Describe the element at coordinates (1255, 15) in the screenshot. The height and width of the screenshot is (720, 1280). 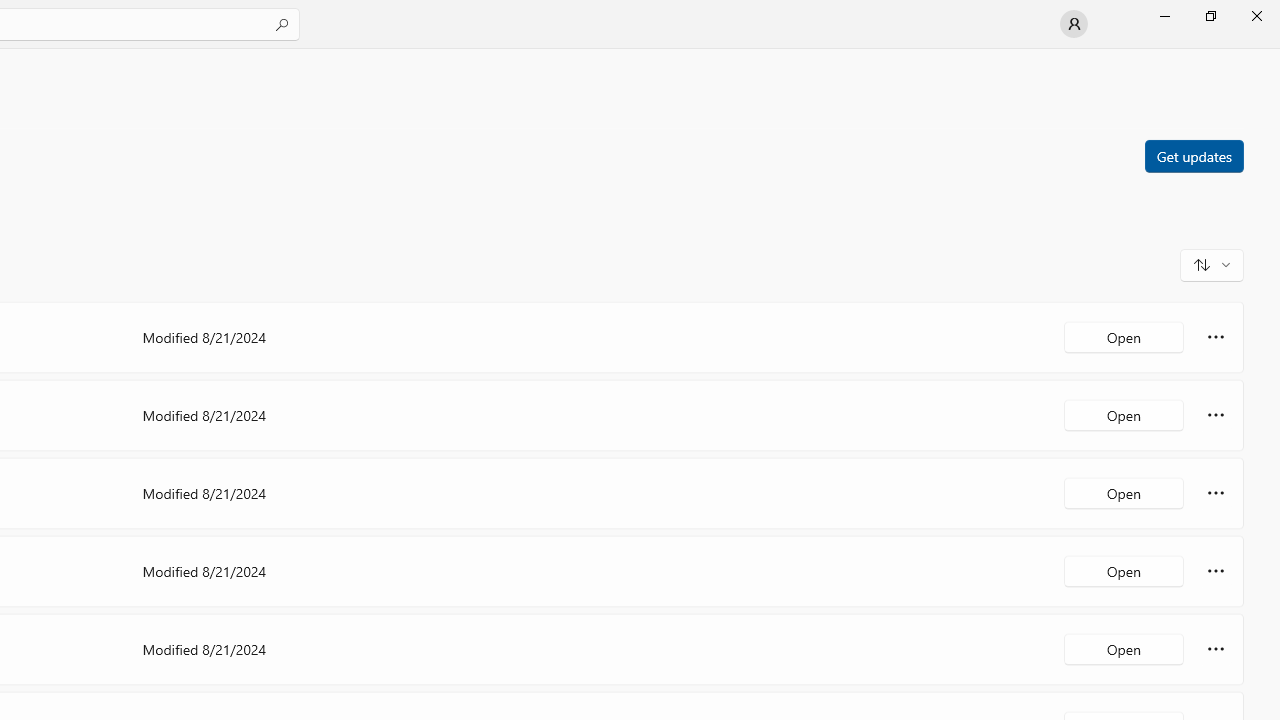
I see `'Close Microsoft Store'` at that location.